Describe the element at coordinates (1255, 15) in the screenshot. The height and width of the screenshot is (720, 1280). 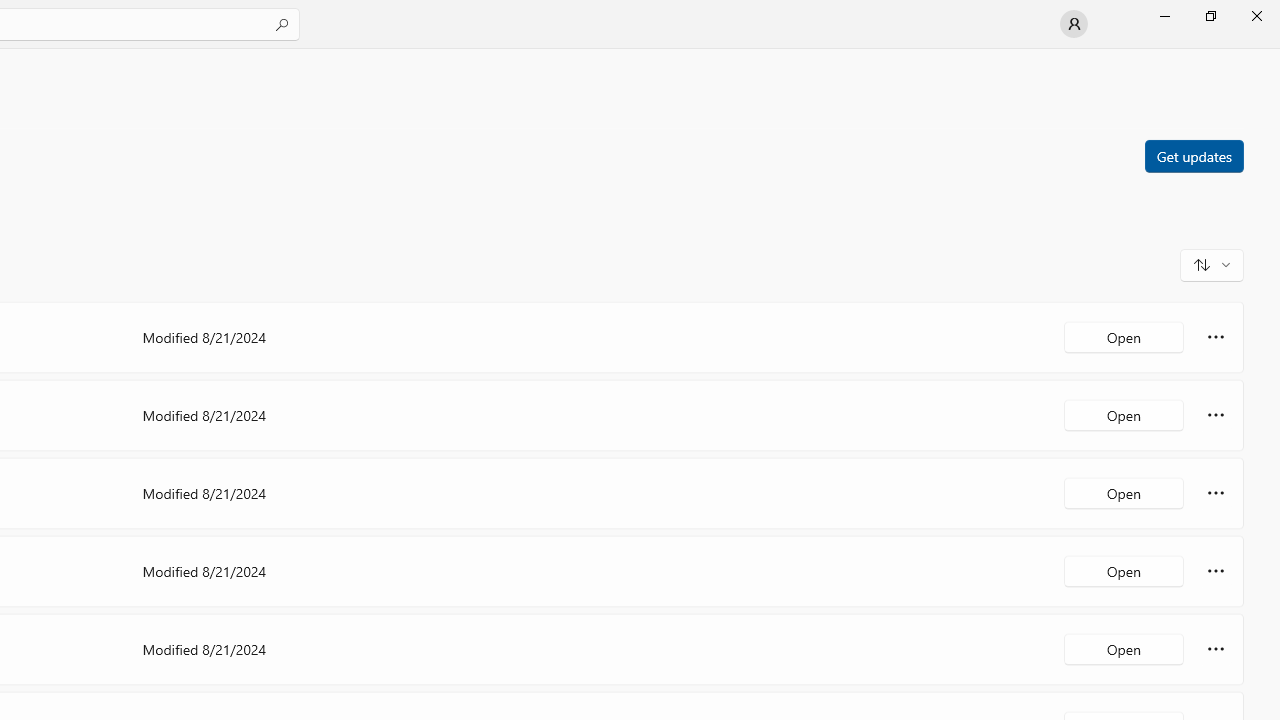
I see `'Close Microsoft Store'` at that location.